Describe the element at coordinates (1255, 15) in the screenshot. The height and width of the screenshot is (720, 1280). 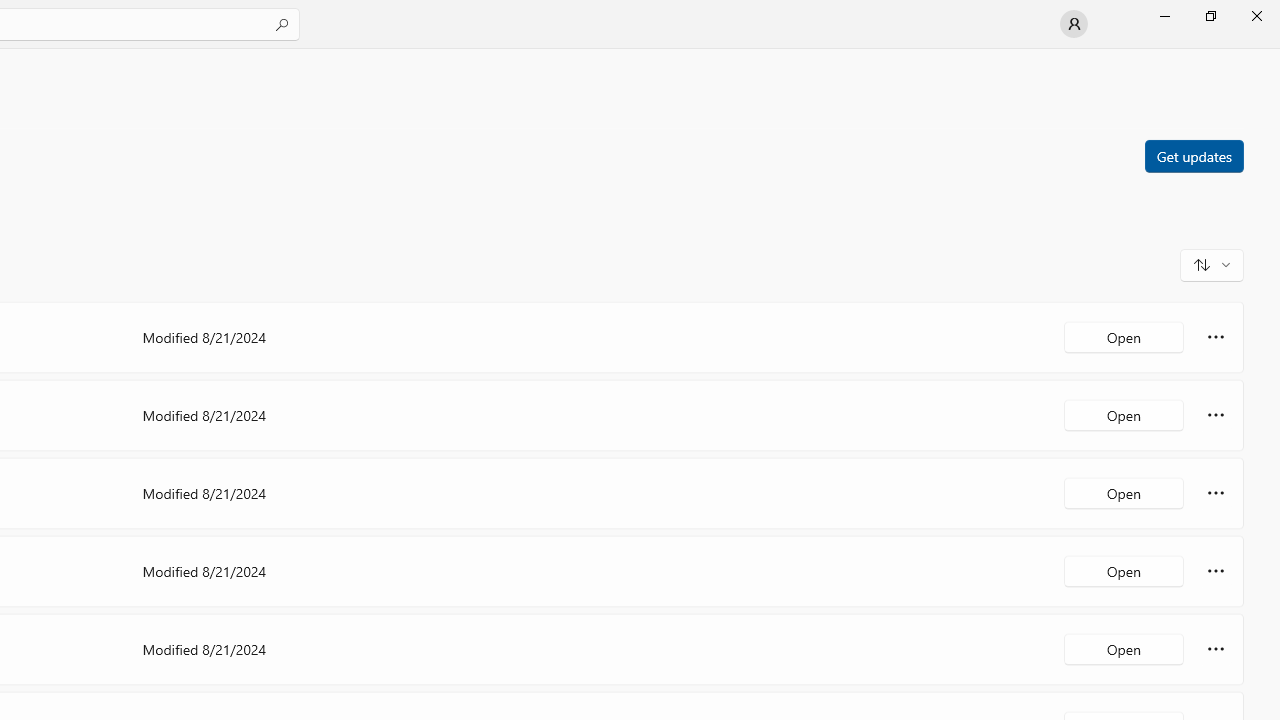
I see `'Close Microsoft Store'` at that location.